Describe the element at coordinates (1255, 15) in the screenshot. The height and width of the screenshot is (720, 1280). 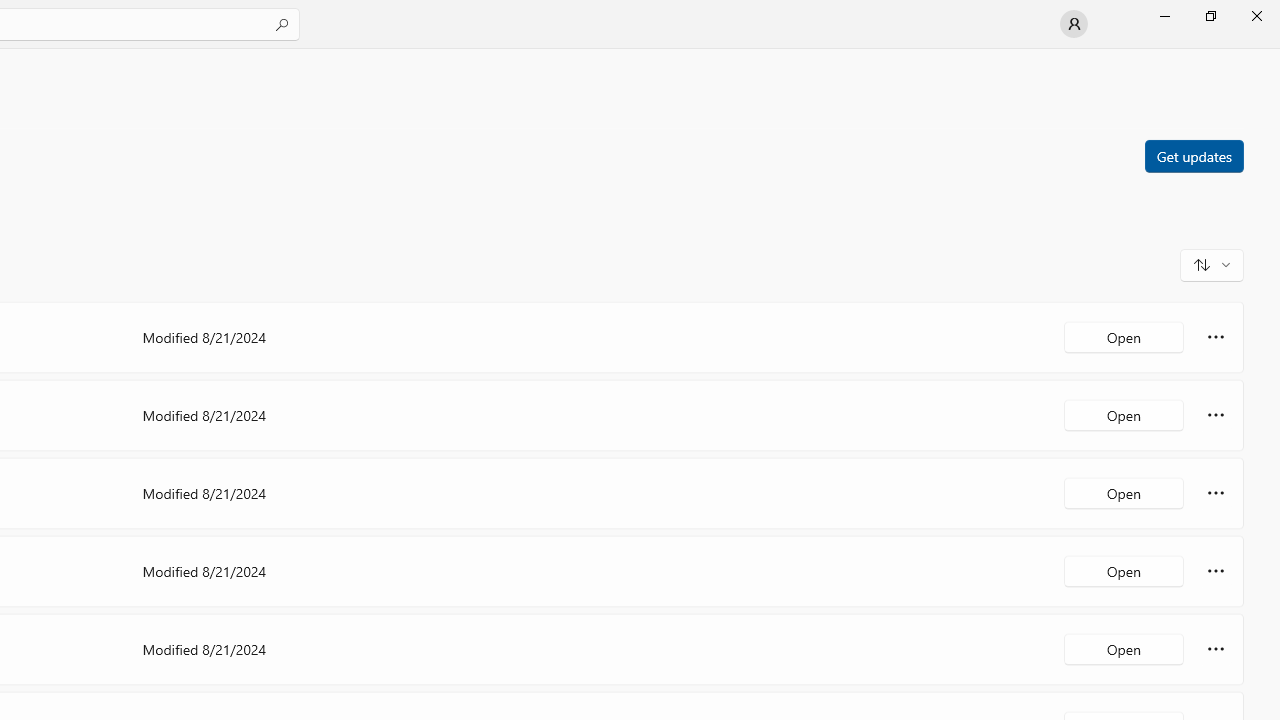
I see `'Close Microsoft Store'` at that location.